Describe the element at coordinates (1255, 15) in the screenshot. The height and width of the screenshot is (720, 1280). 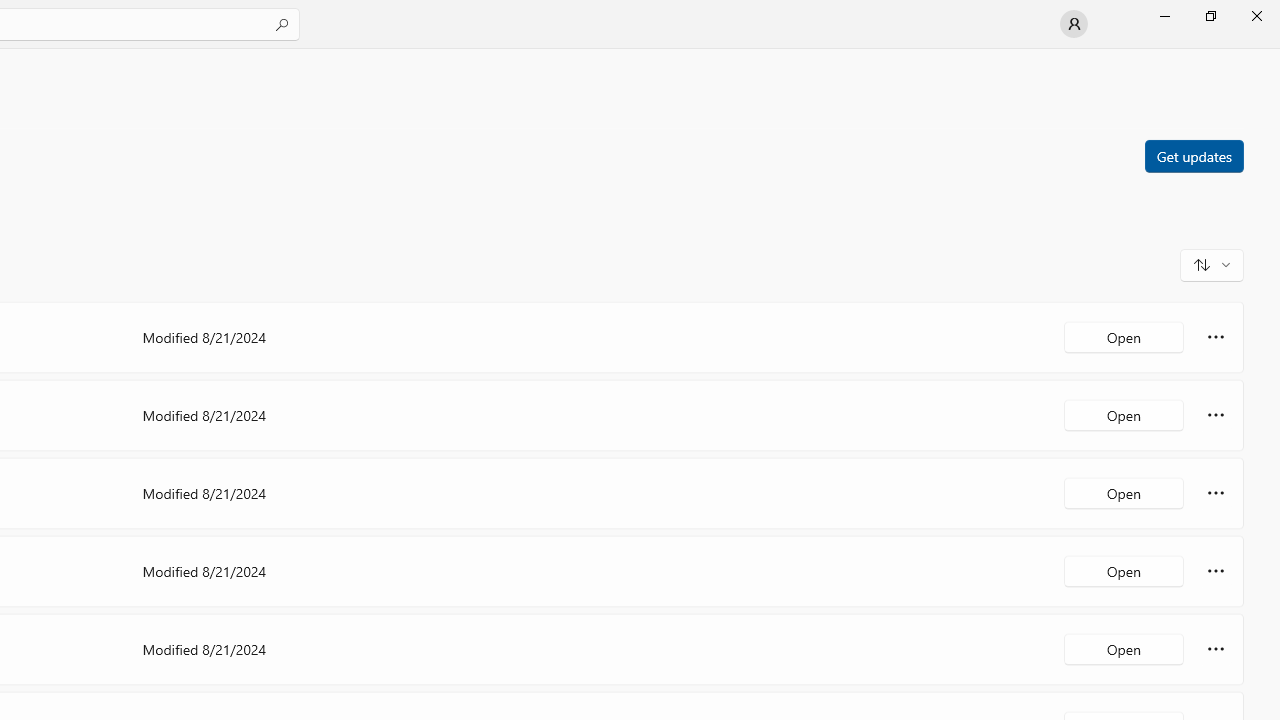
I see `'Close Microsoft Store'` at that location.